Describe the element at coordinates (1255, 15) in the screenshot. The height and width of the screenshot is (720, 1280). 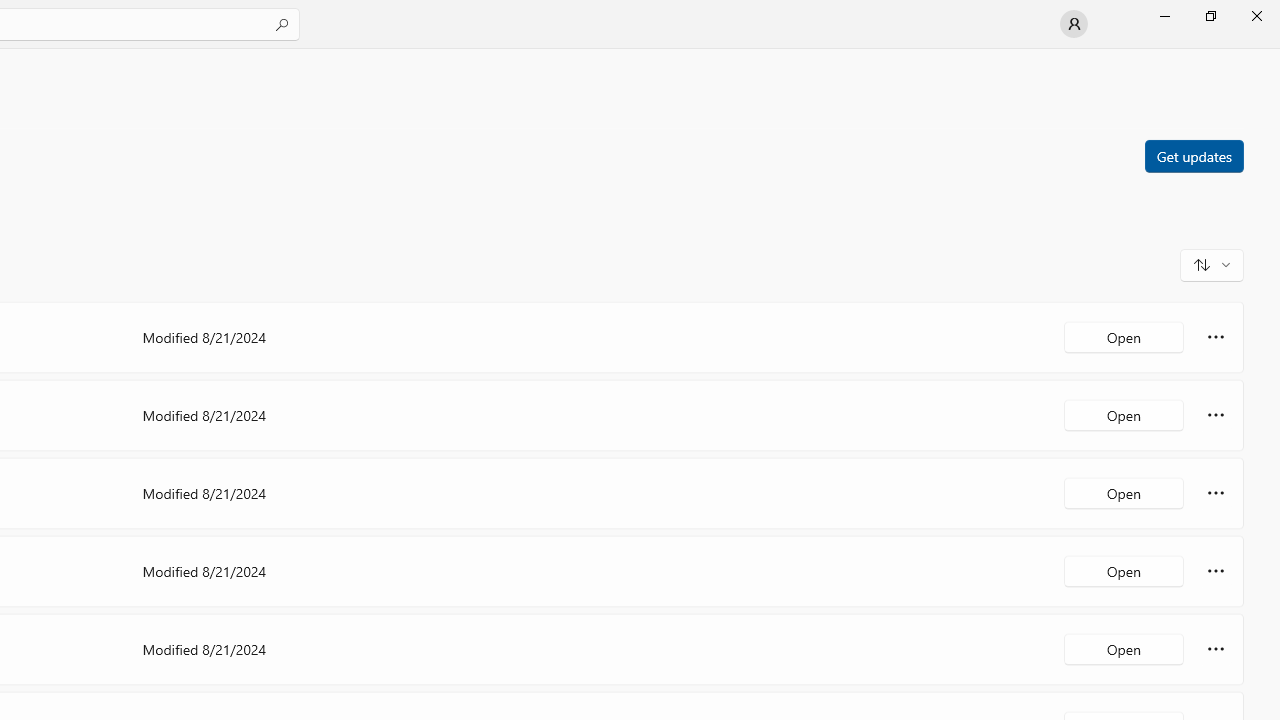
I see `'Close Microsoft Store'` at that location.